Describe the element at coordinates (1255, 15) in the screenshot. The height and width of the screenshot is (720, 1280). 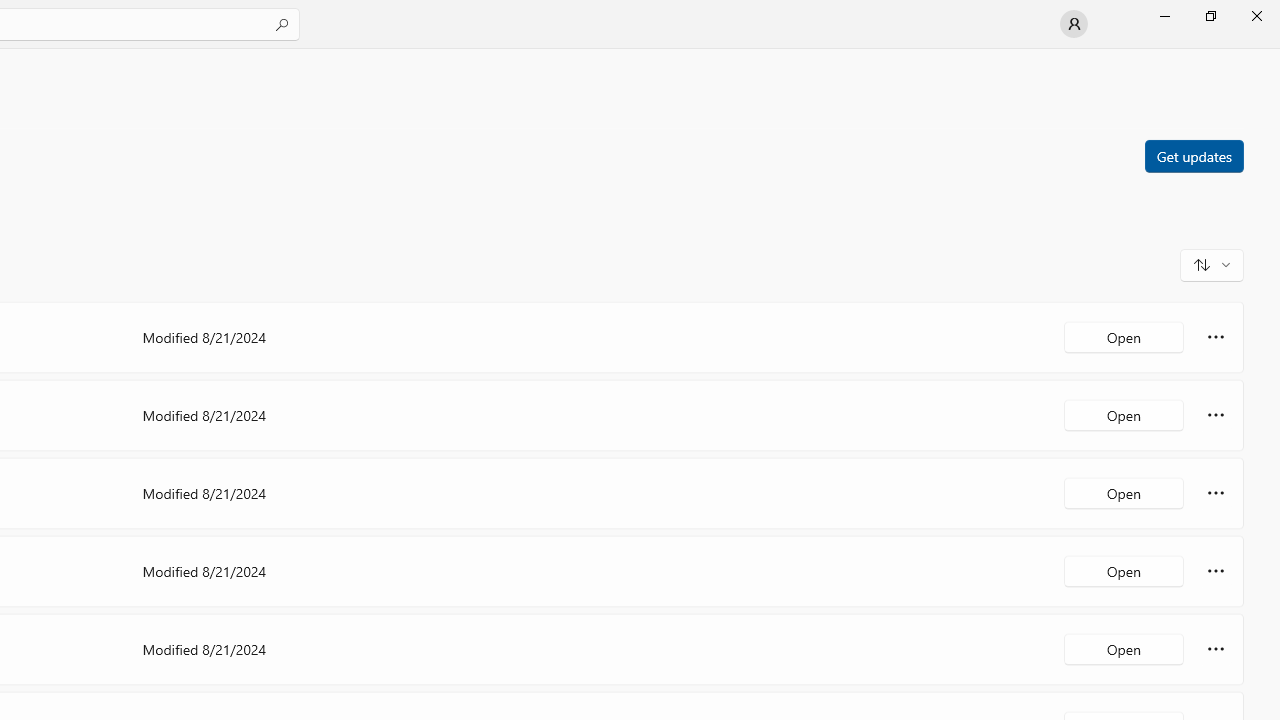
I see `'Close Microsoft Store'` at that location.